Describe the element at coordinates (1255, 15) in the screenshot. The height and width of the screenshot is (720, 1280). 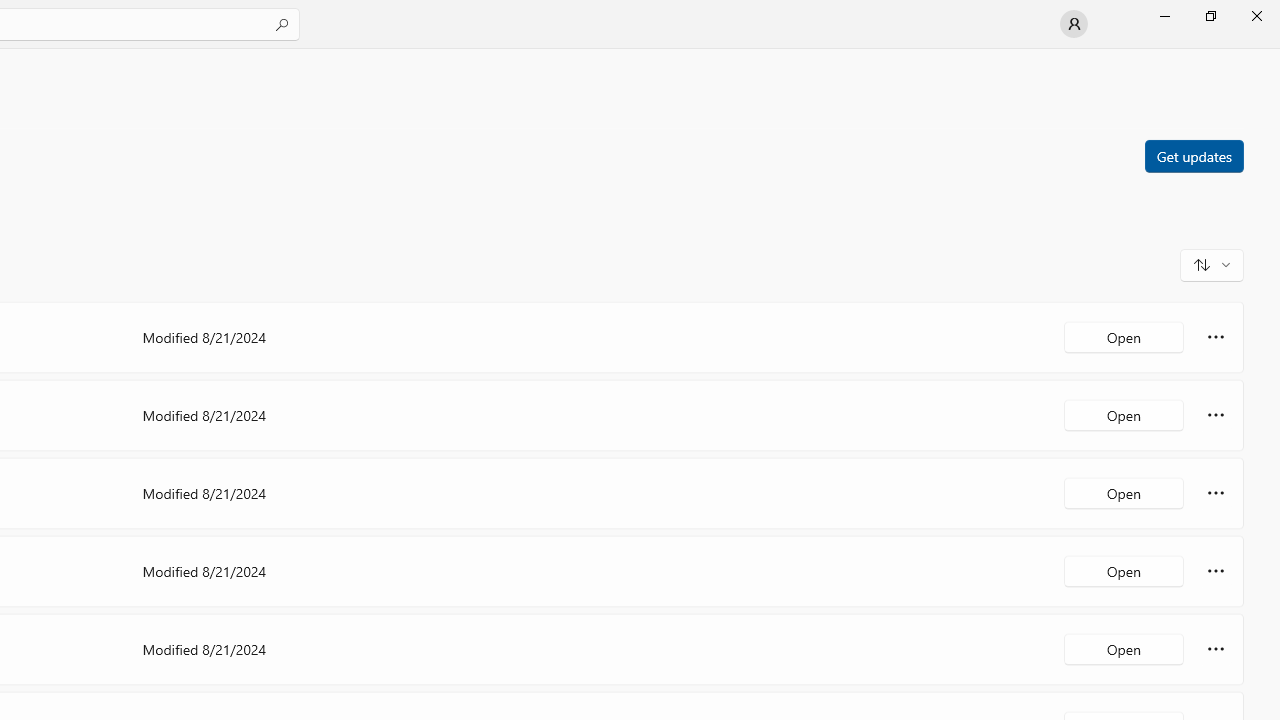
I see `'Close Microsoft Store'` at that location.